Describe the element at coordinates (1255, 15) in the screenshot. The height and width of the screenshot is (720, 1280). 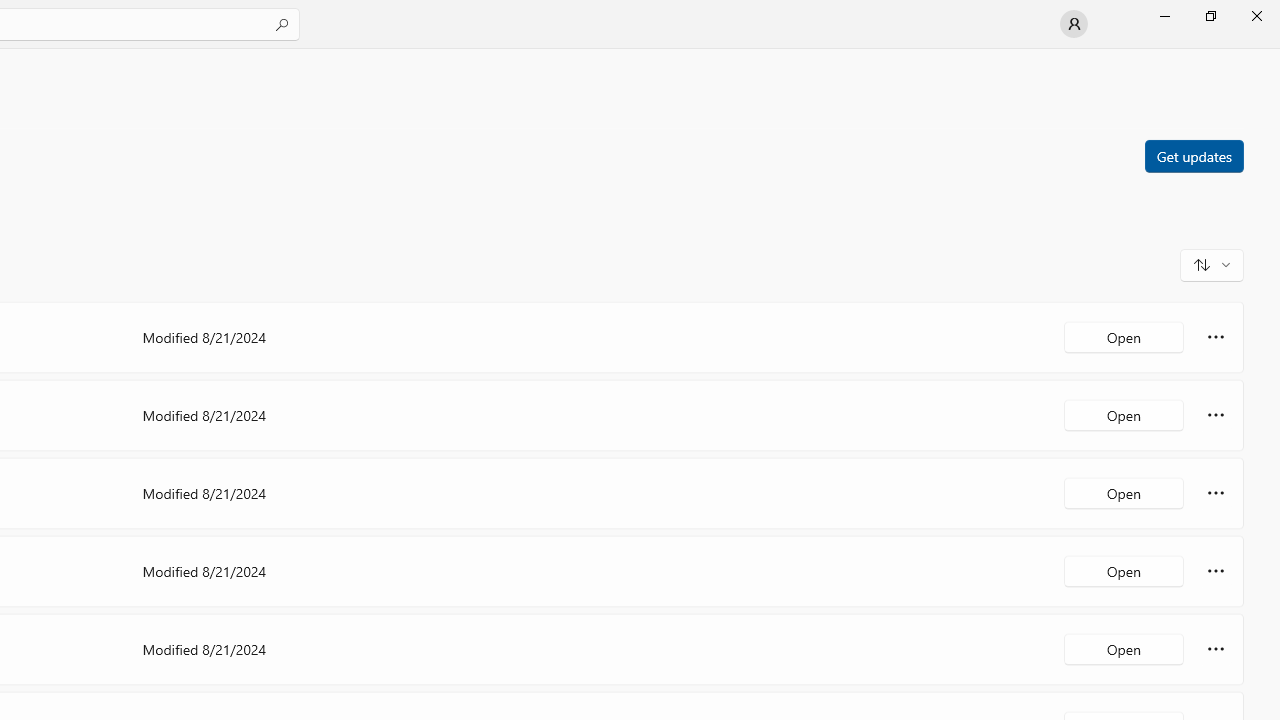
I see `'Close Microsoft Store'` at that location.